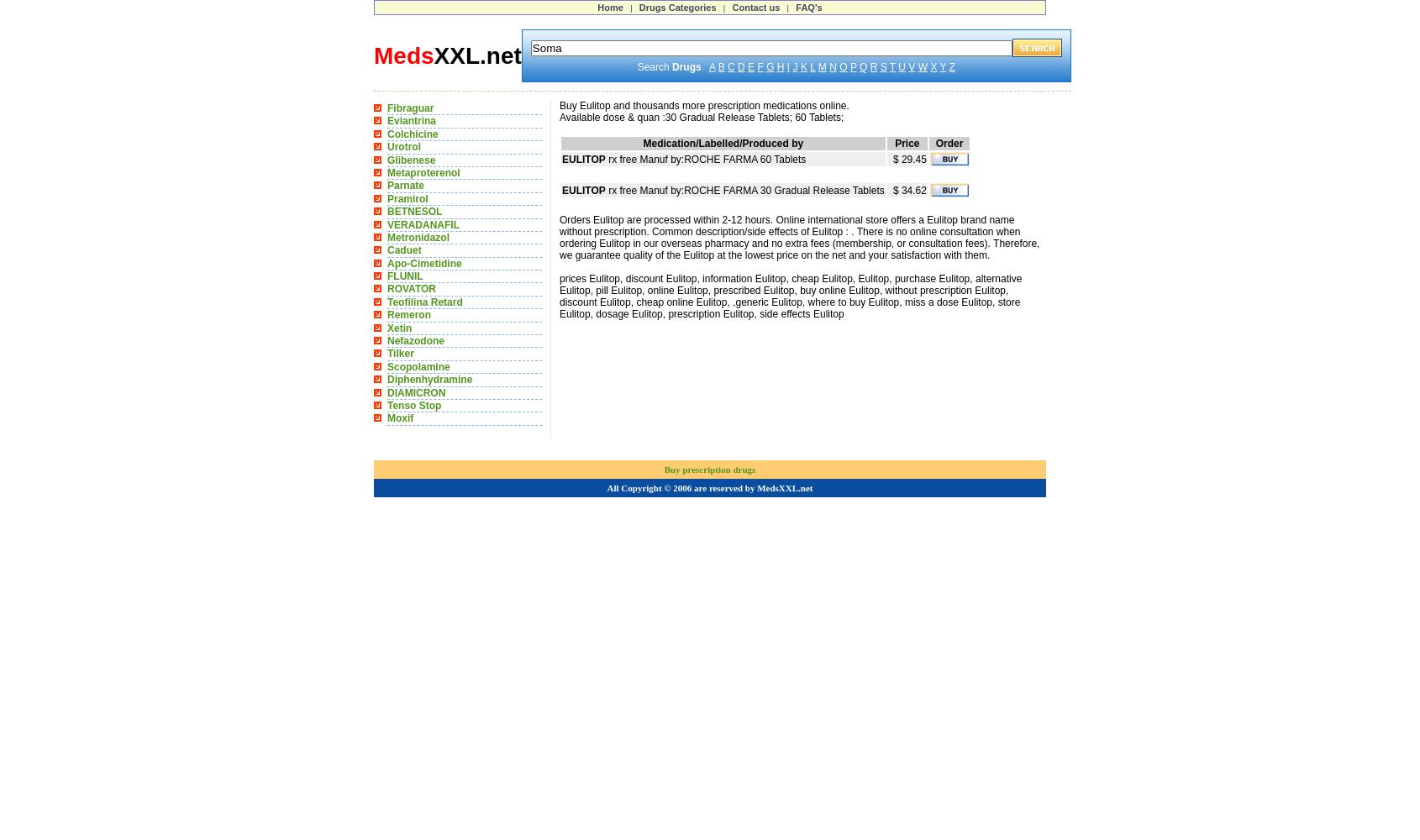 The height and width of the screenshot is (840, 1420). Describe the element at coordinates (412, 134) in the screenshot. I see `'Colchicine'` at that location.